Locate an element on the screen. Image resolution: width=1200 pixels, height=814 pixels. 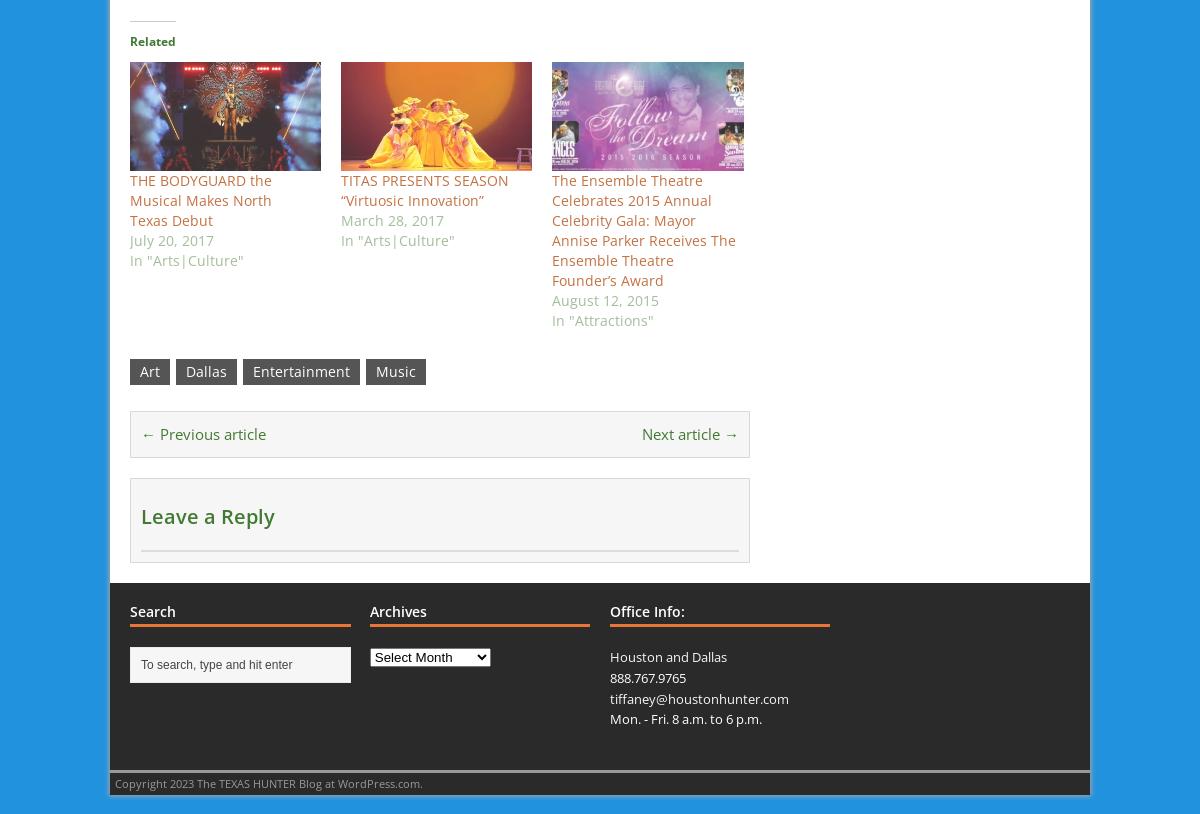
'tiffaney@houstonhunter.com' is located at coordinates (698, 698).